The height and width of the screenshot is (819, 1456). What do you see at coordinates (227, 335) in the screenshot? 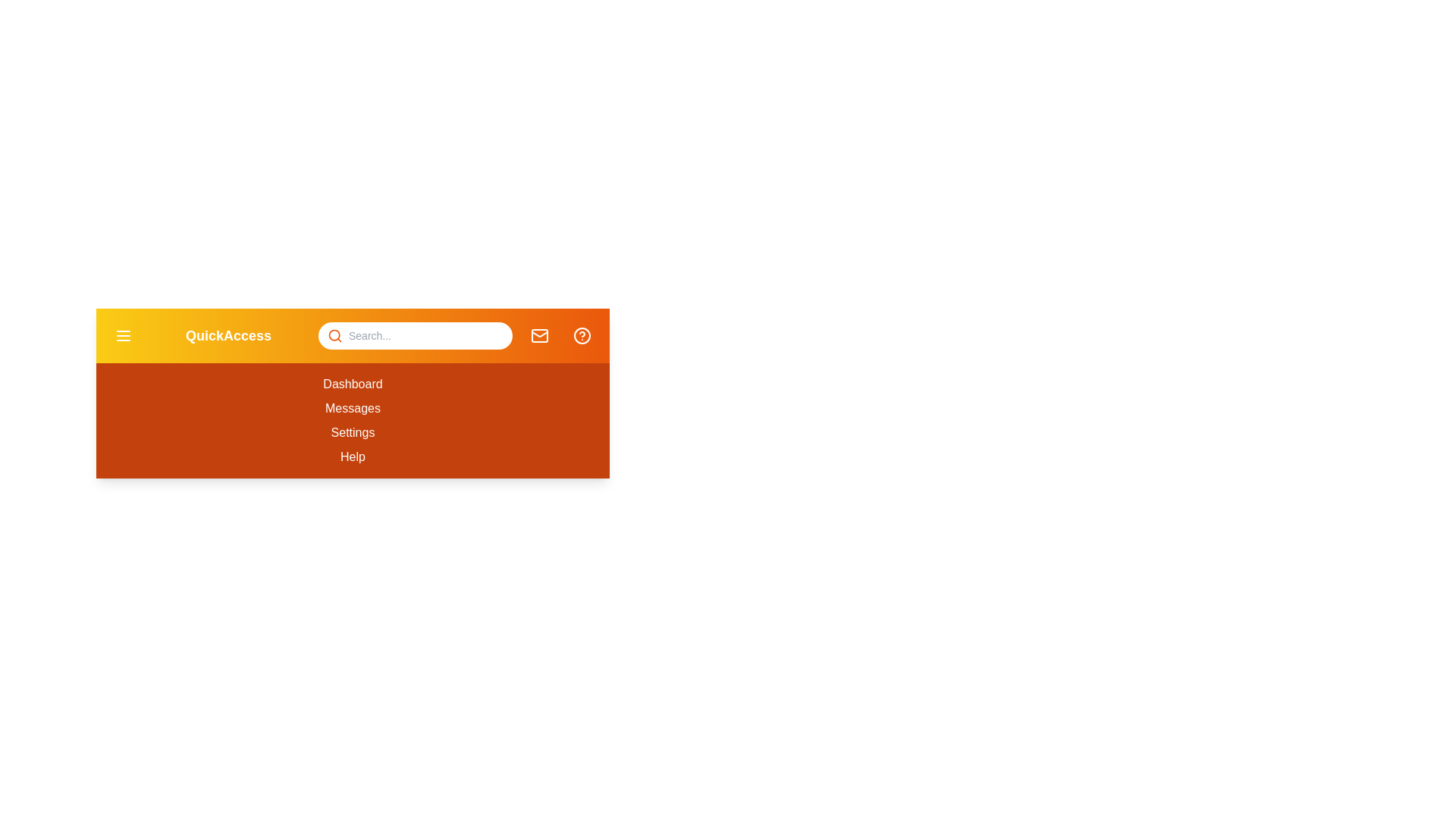
I see `the 'QuickAccess' text label located in the horizontal navigation bar, positioned to the left of the search bar` at bounding box center [227, 335].